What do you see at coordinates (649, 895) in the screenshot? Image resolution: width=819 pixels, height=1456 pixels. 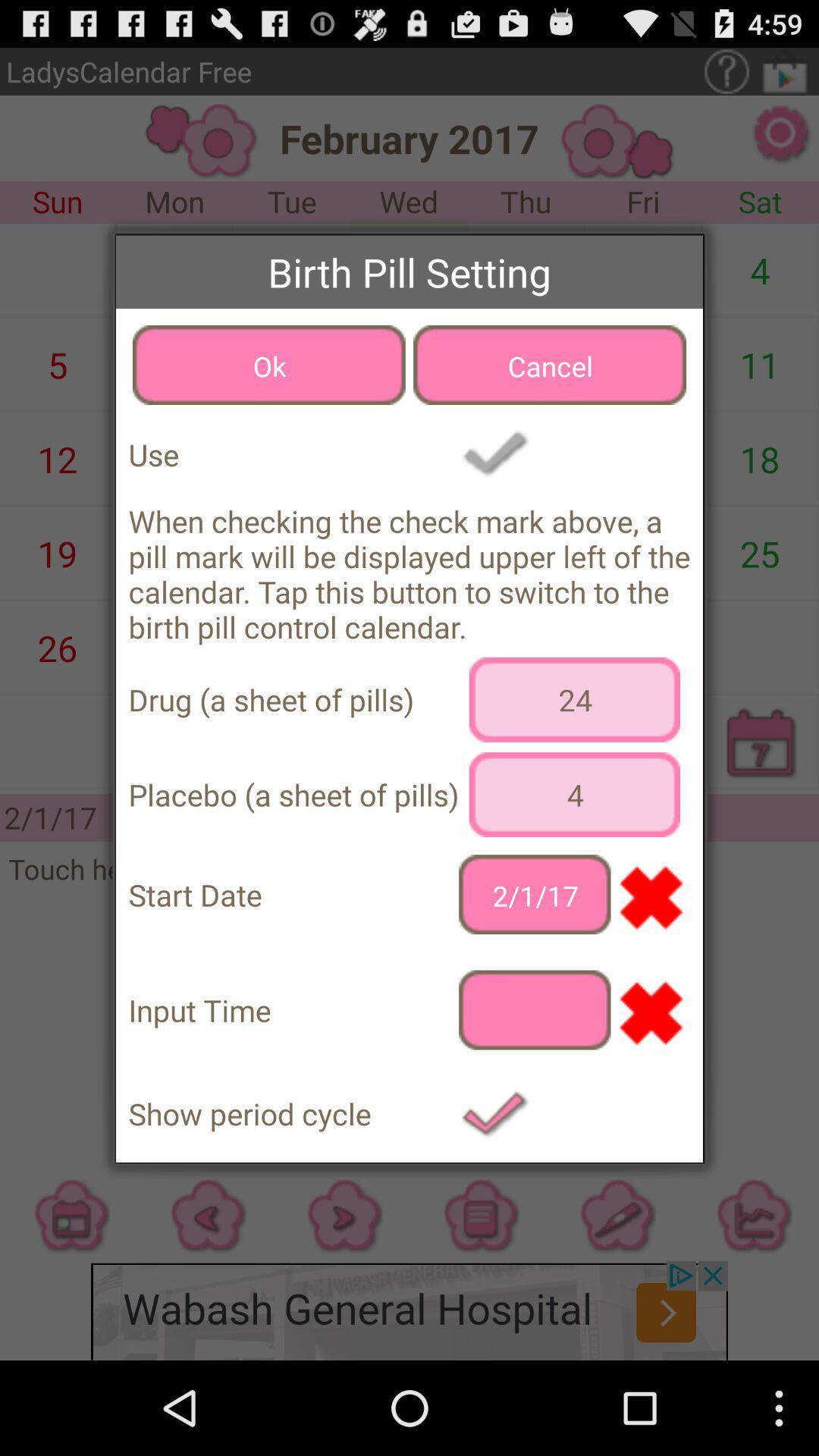 I see `icon next to 2/1/17 icon` at bounding box center [649, 895].